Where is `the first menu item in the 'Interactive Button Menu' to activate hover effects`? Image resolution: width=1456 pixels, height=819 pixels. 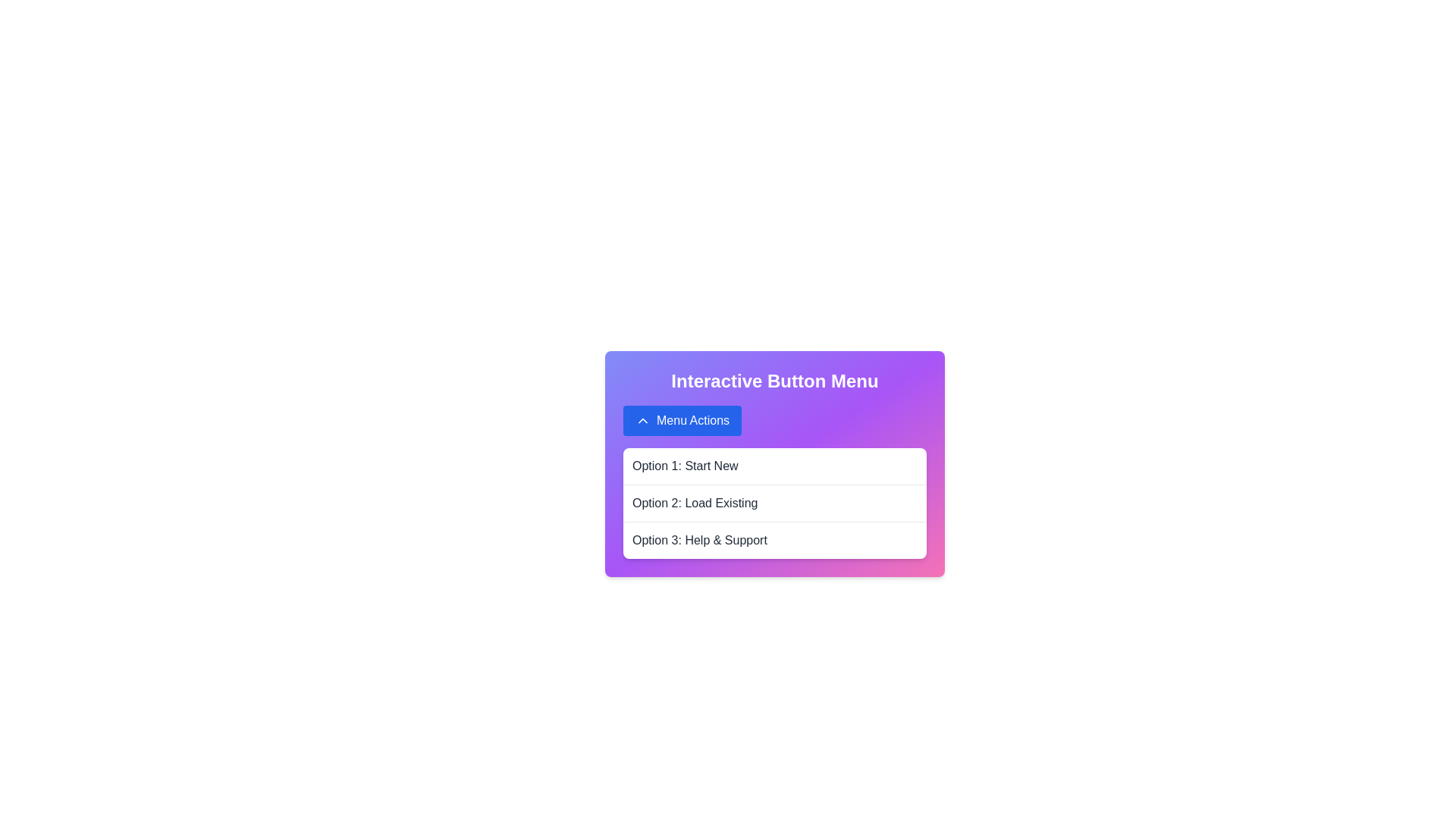
the first menu item in the 'Interactive Button Menu' to activate hover effects is located at coordinates (775, 465).